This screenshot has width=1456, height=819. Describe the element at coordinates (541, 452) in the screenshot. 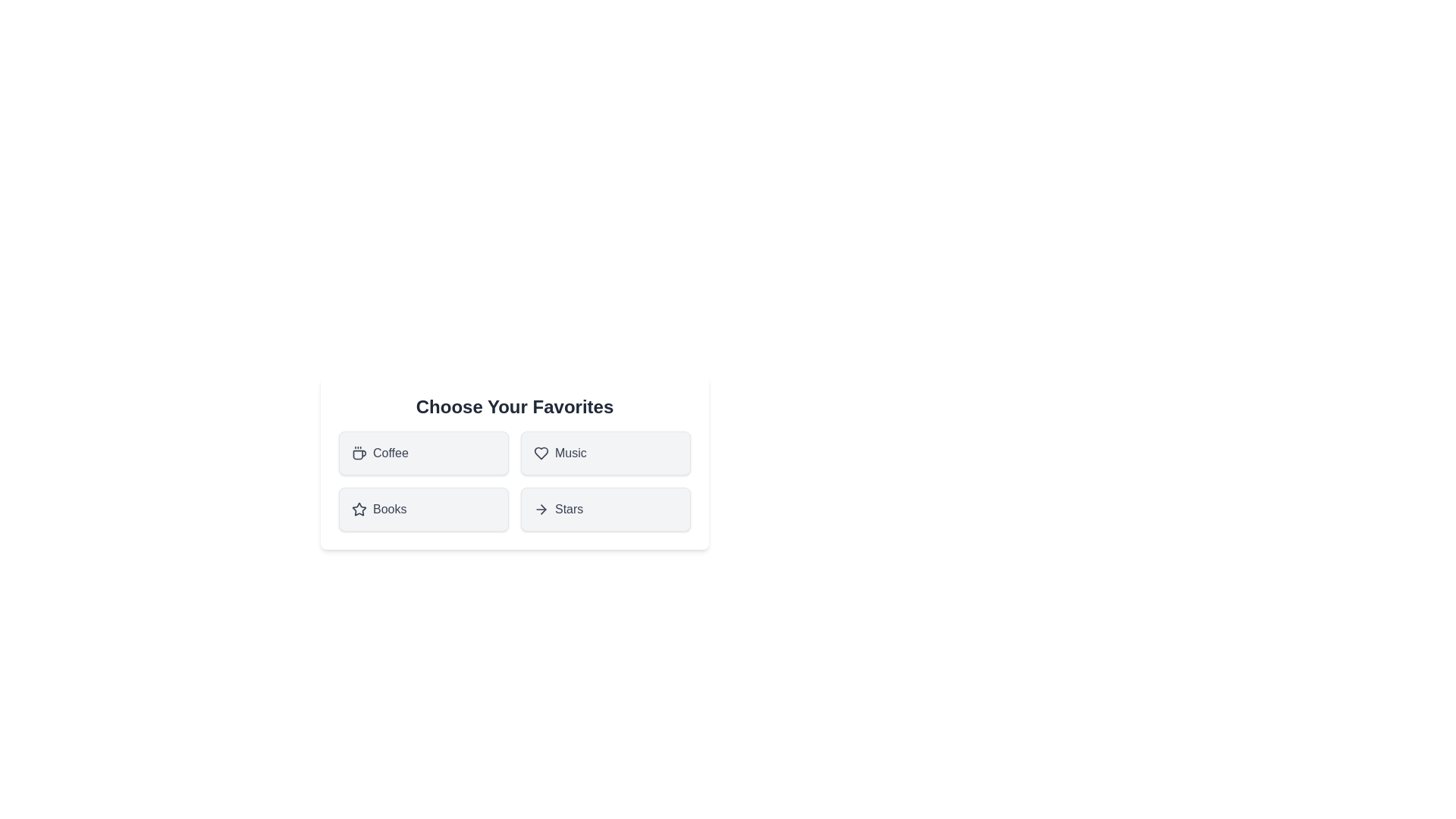

I see `the heart-shaped 'like' indicator icon associated with the 'Music' button` at that location.